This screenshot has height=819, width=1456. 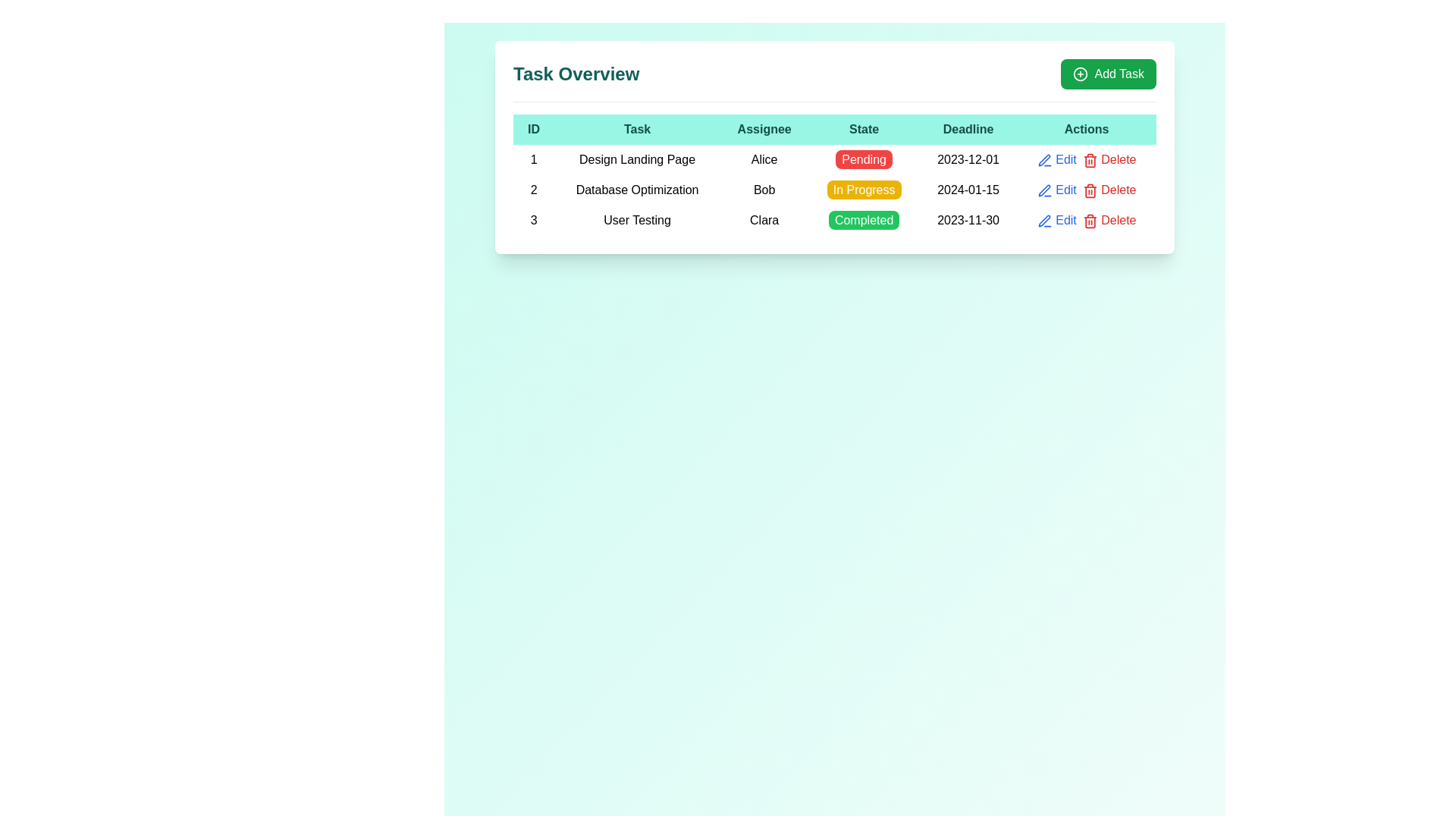 I want to click on the edit Anchor link paired with an icon in the Actions column of the second row of the table, so click(x=1056, y=189).